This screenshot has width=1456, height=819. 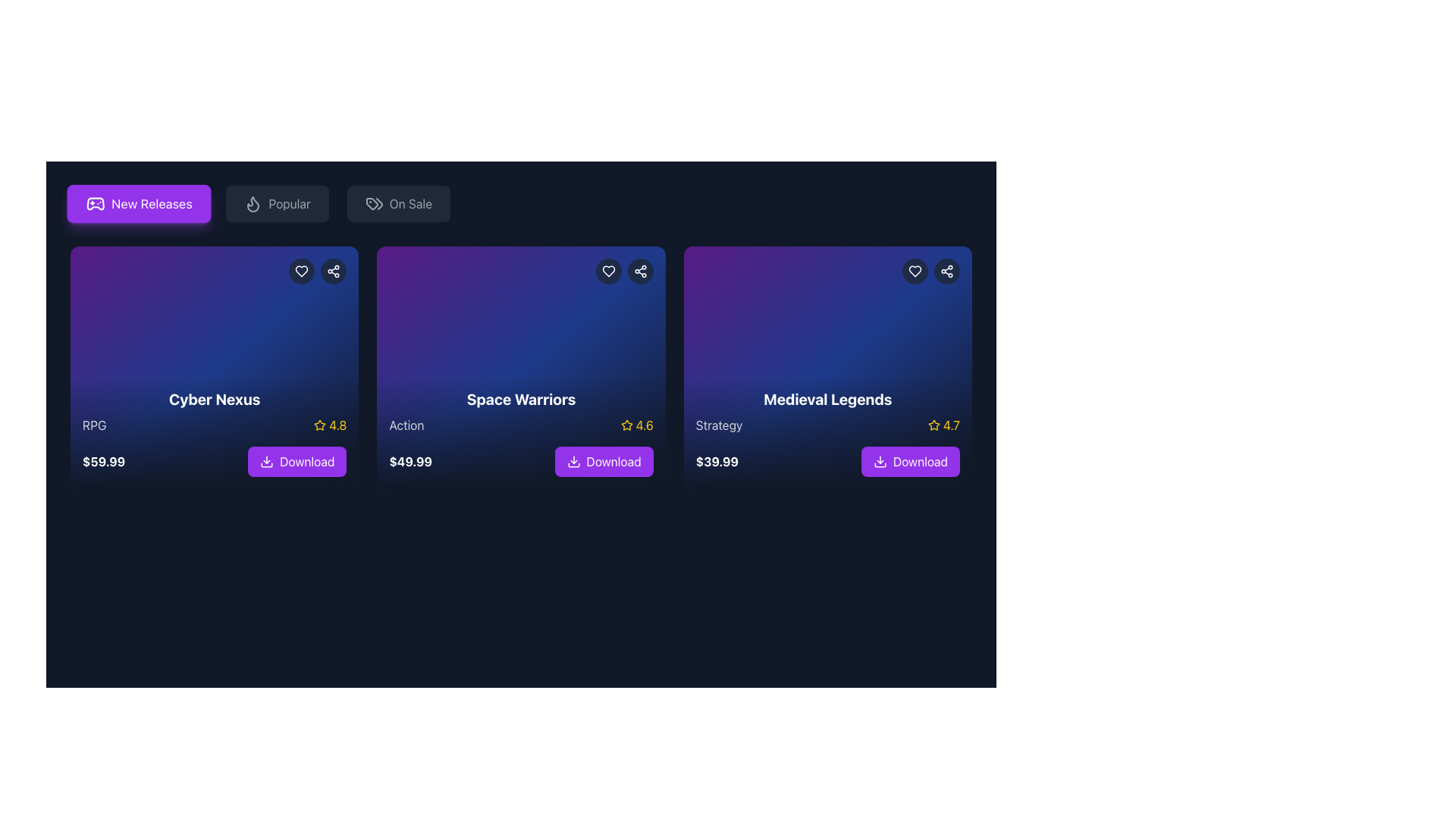 What do you see at coordinates (914, 271) in the screenshot?
I see `the heart-shaped icon in the top-right corner of the 'Medieval Legends' card to favorite the item` at bounding box center [914, 271].